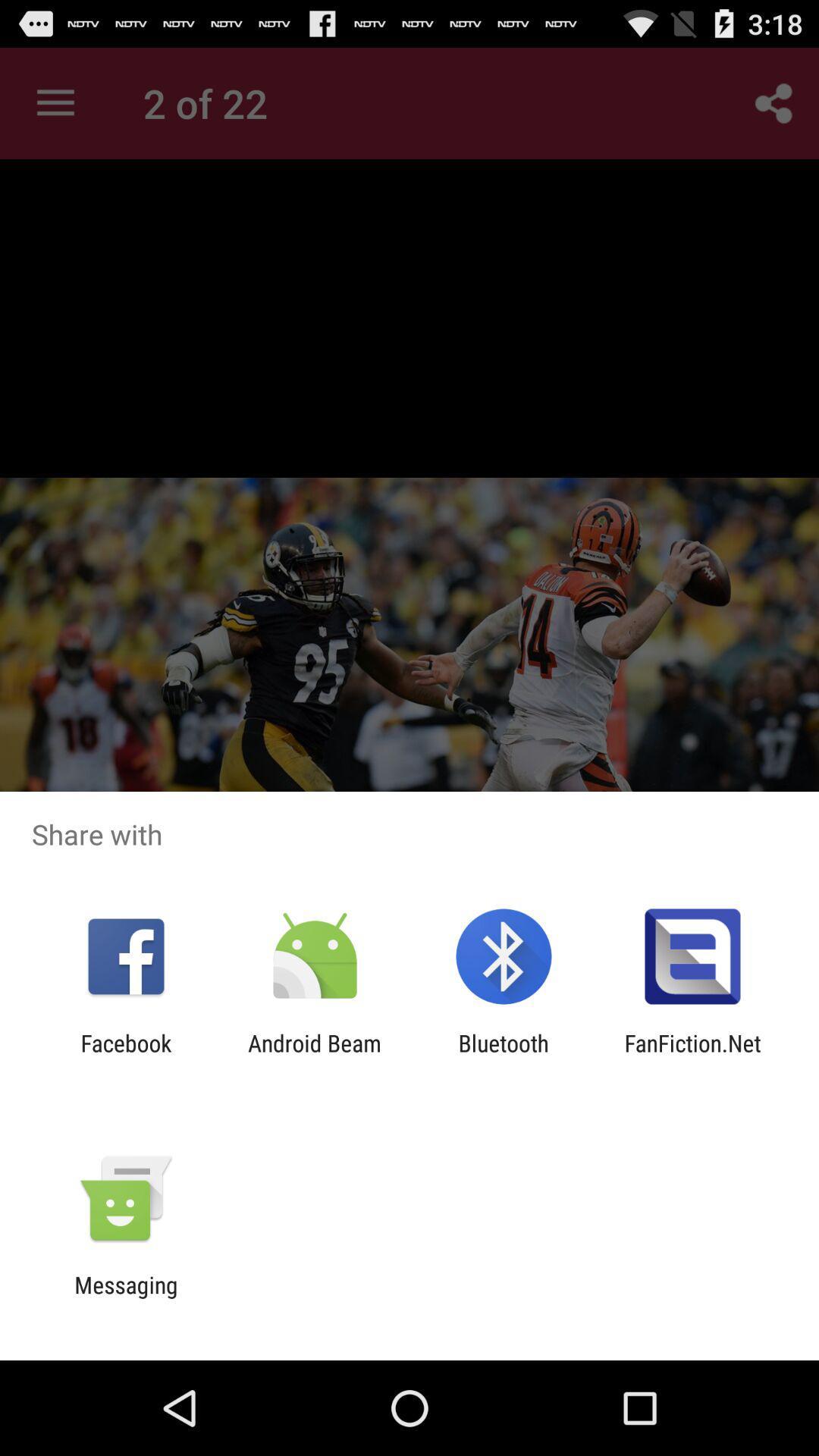 The height and width of the screenshot is (1456, 819). I want to click on the bluetooth icon, so click(504, 1056).